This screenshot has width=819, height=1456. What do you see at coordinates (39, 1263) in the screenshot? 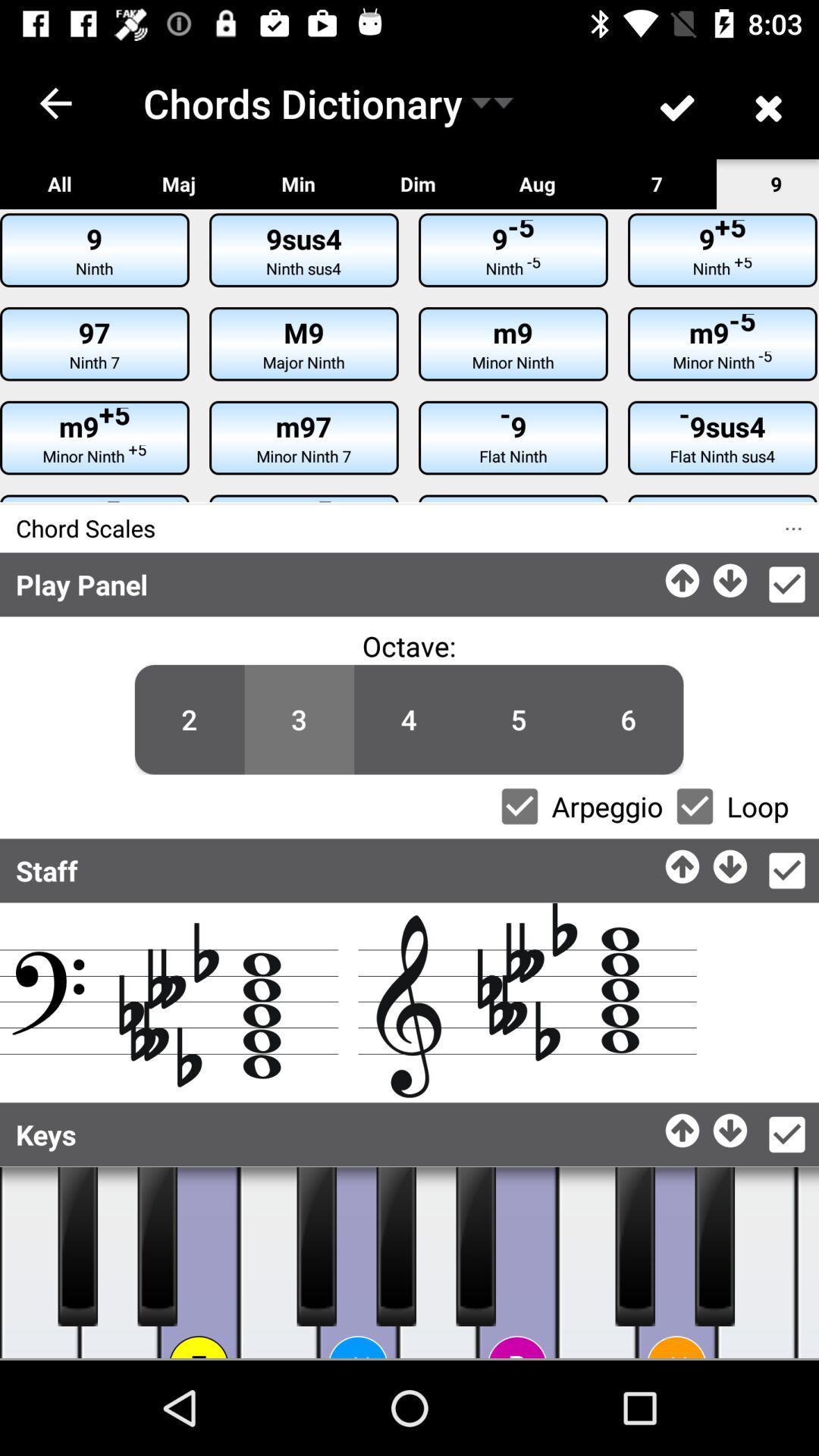
I see `music board key` at bounding box center [39, 1263].